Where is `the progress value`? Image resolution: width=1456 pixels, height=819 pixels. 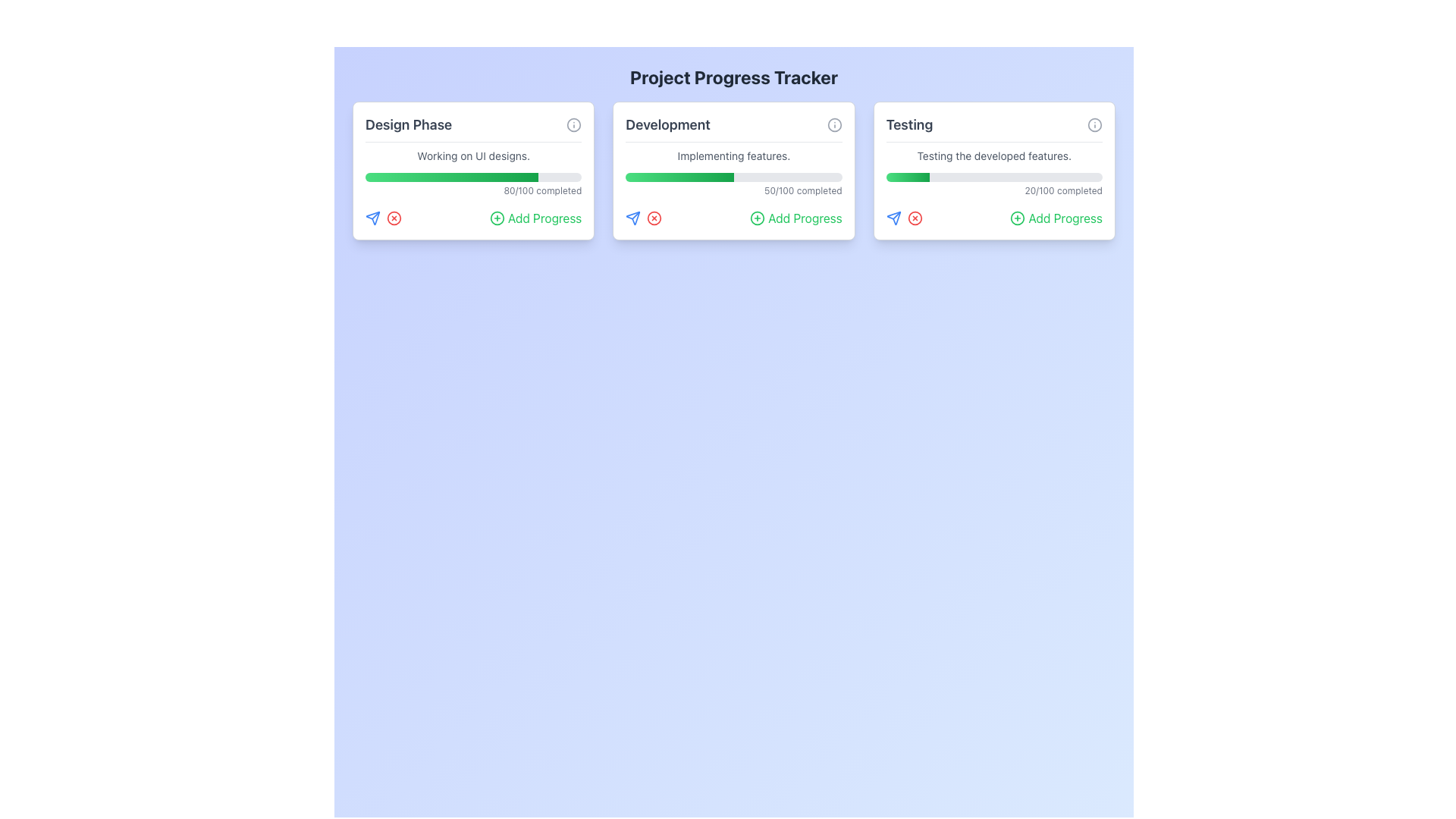 the progress value is located at coordinates (885, 177).